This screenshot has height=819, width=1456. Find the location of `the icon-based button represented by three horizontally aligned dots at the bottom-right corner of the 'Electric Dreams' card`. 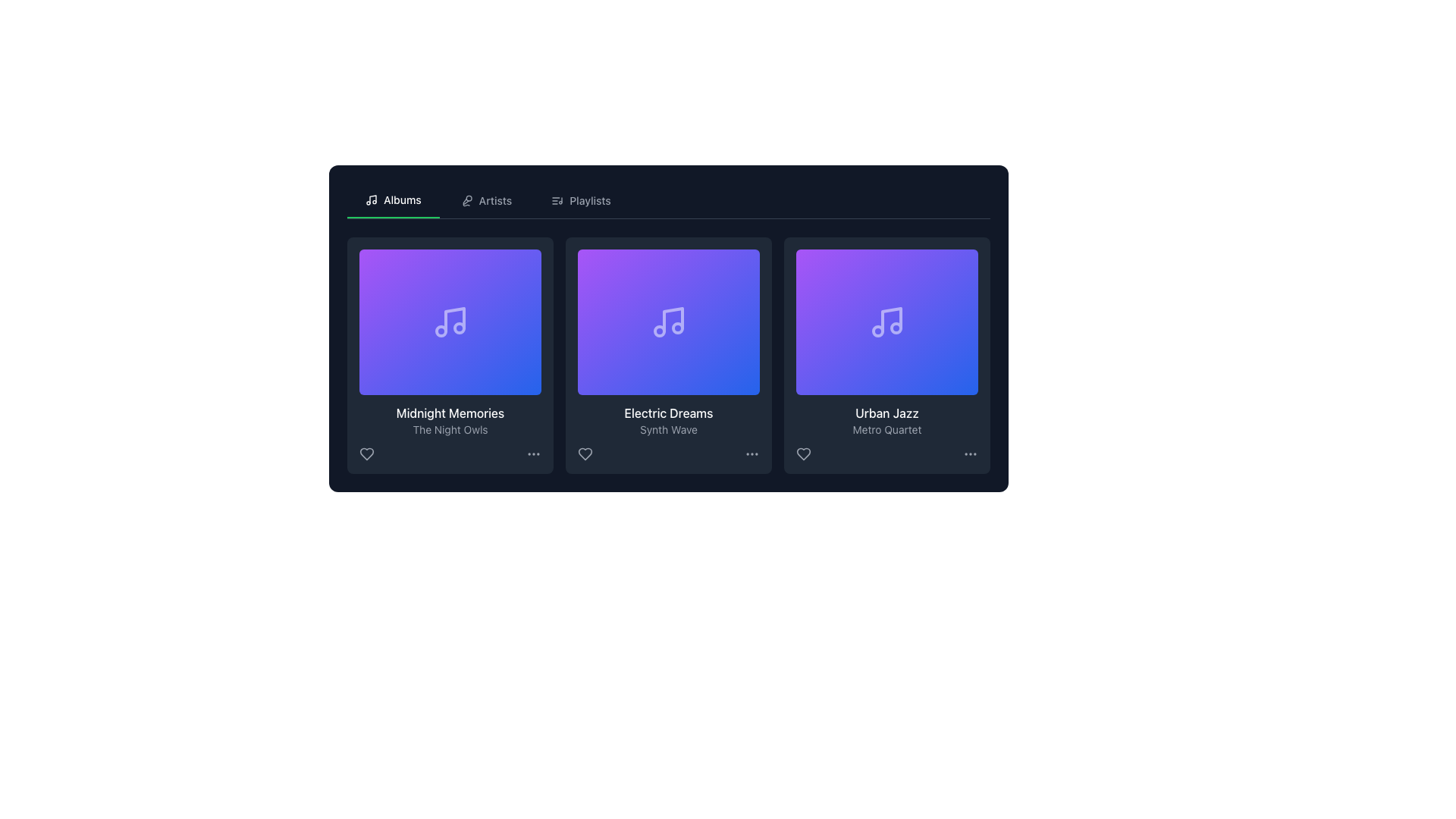

the icon-based button represented by three horizontally aligned dots at the bottom-right corner of the 'Electric Dreams' card is located at coordinates (752, 453).